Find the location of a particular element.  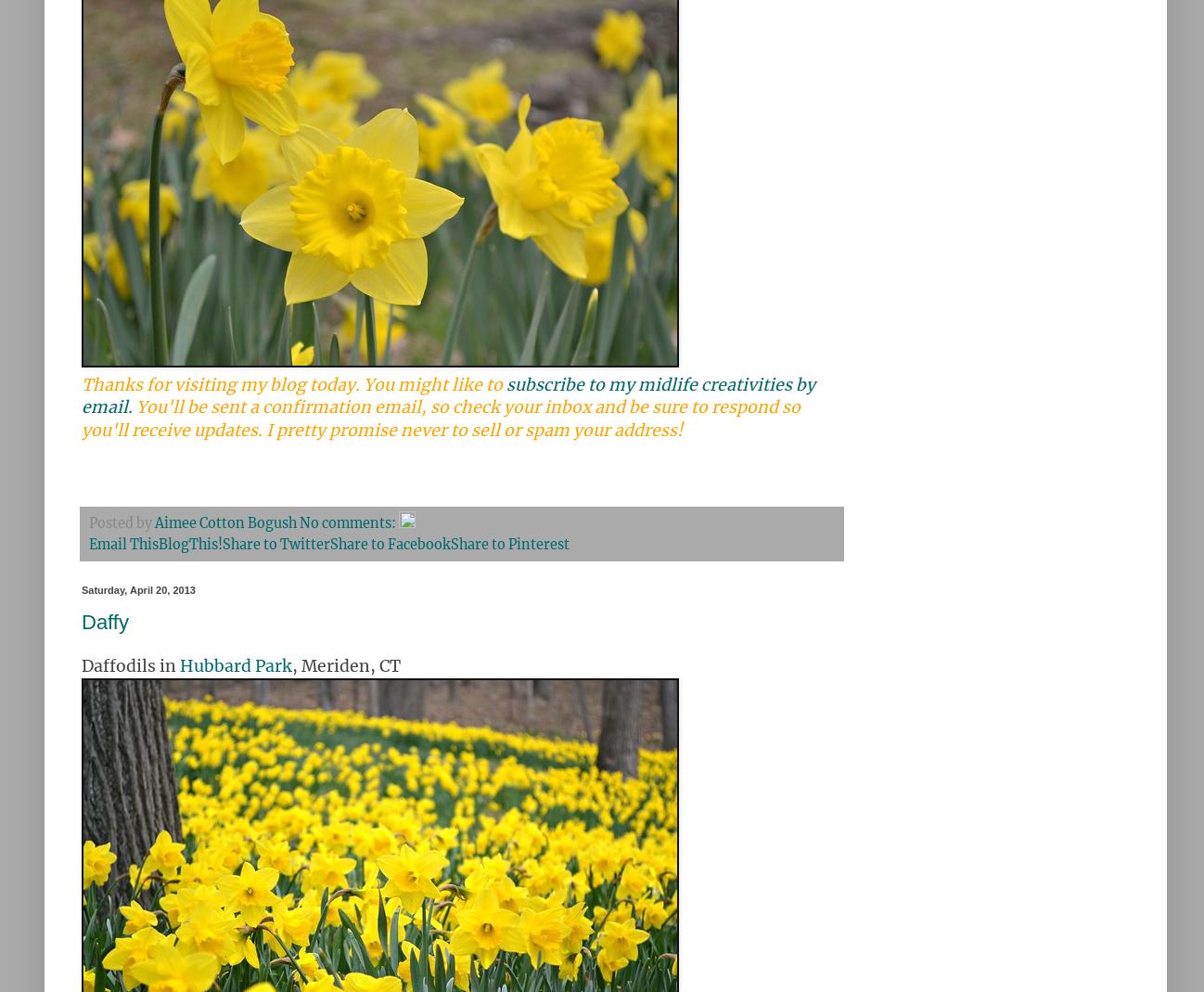

'Share to Pinterest' is located at coordinates (508, 544).